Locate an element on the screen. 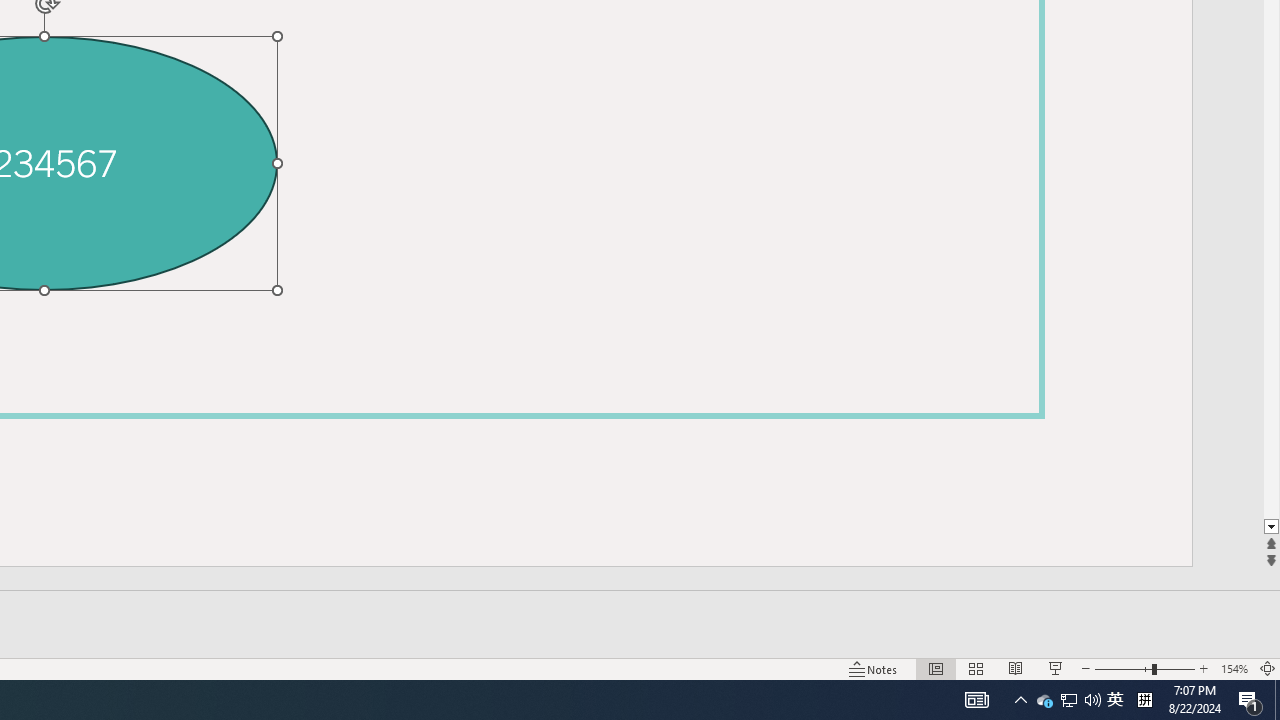 This screenshot has height=720, width=1280. 'Zoom 154%' is located at coordinates (1233, 669).